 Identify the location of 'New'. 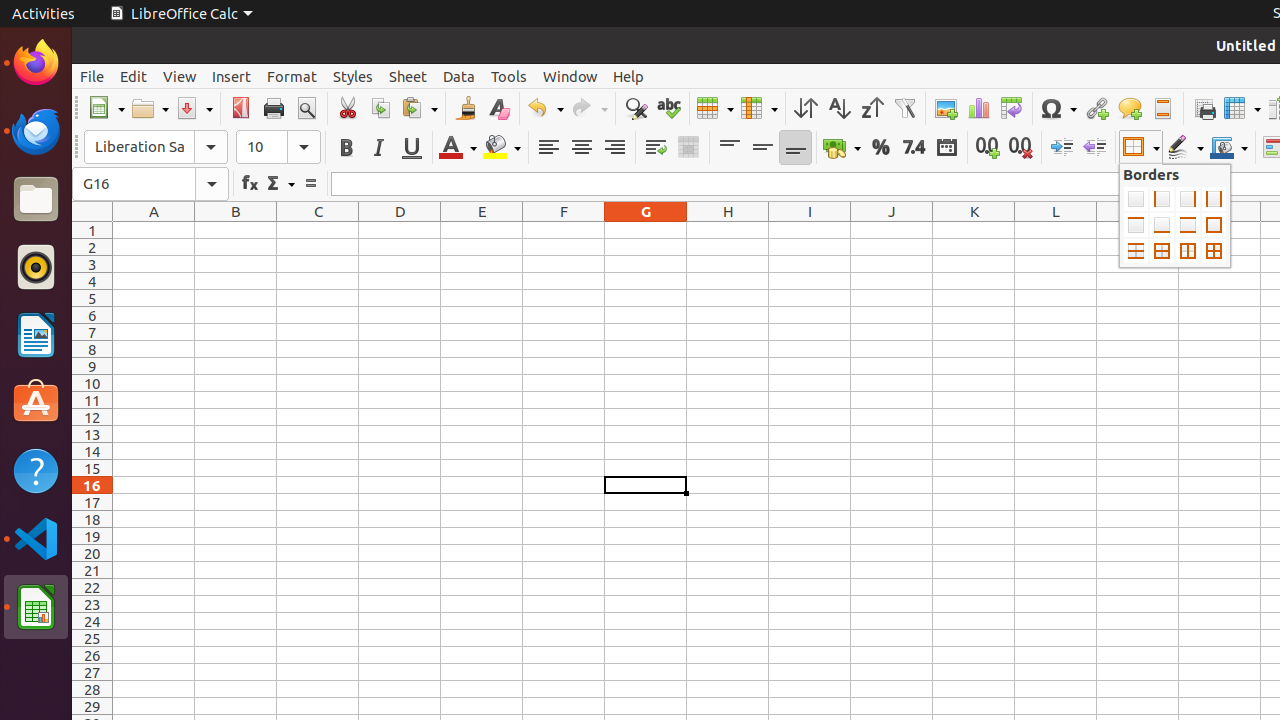
(104, 108).